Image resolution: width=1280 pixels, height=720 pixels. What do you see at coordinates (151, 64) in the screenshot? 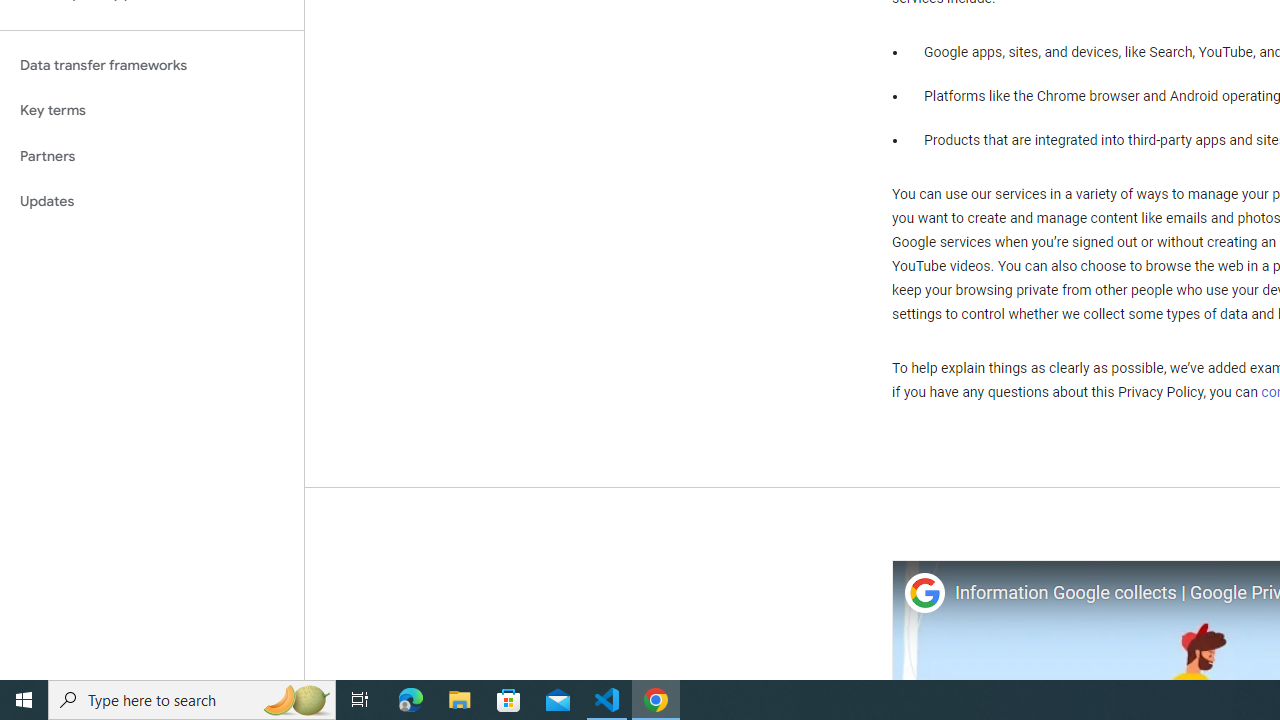
I see `'Data transfer frameworks'` at bounding box center [151, 64].